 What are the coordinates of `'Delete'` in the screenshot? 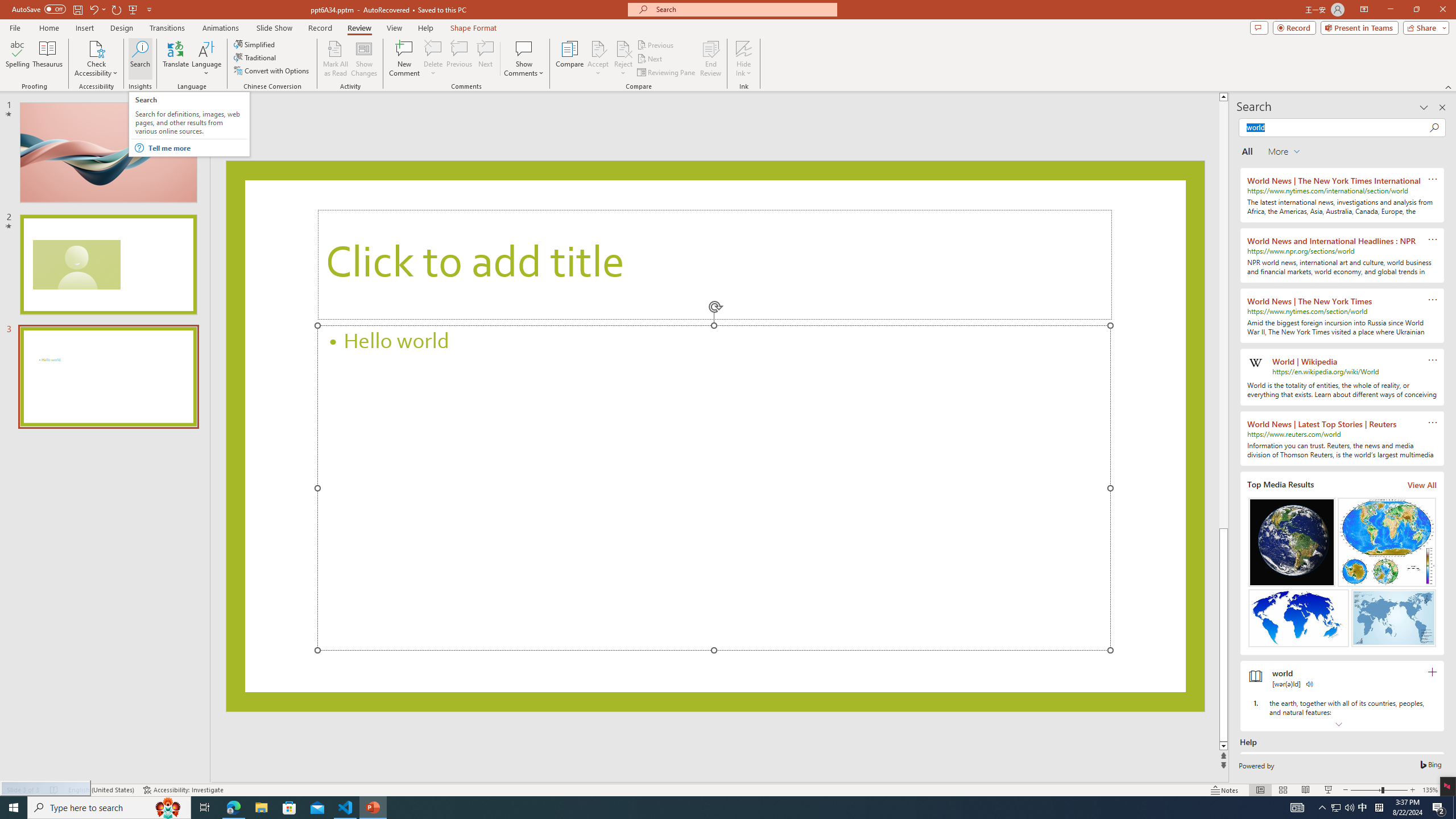 It's located at (433, 59).